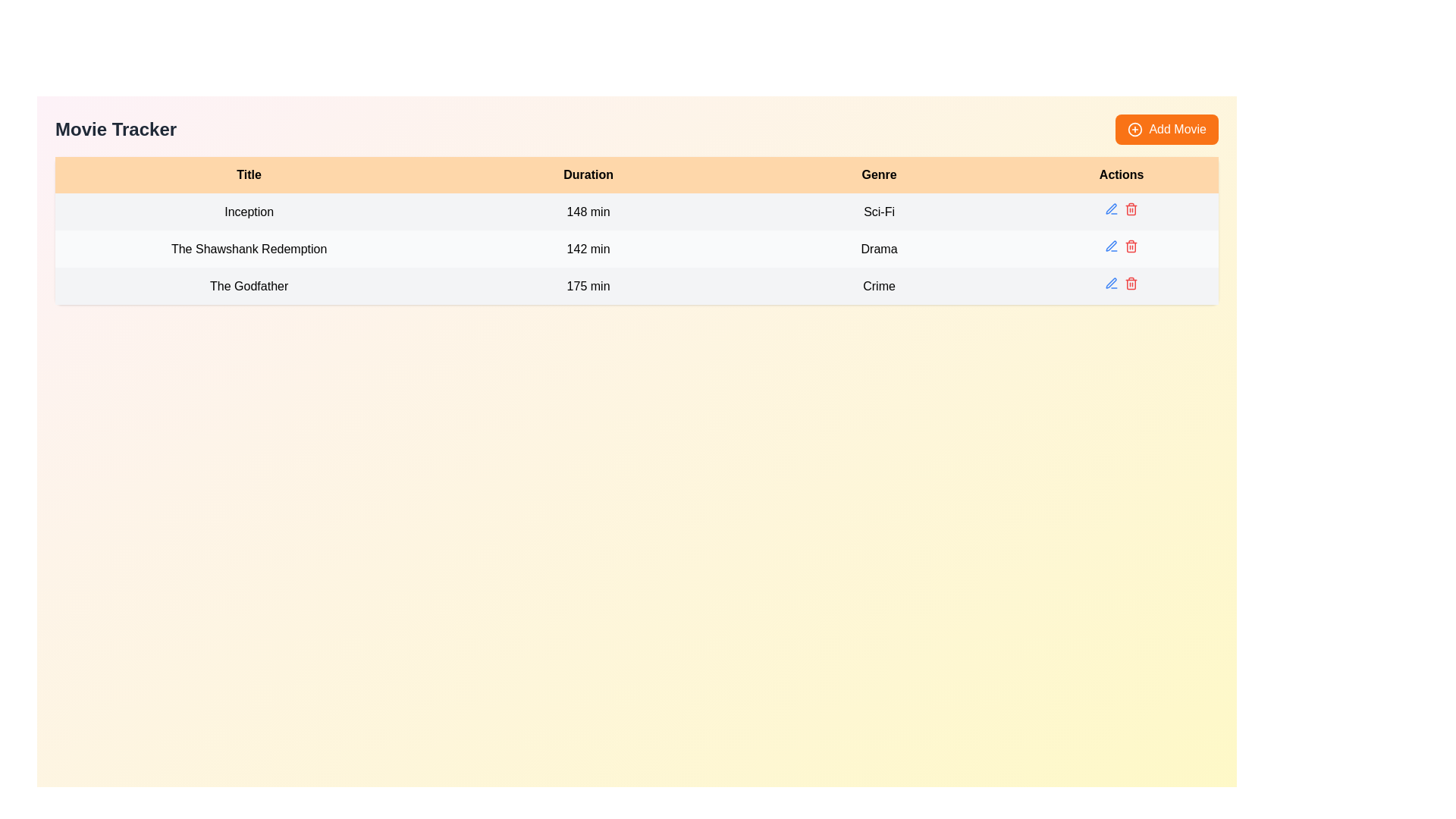  What do you see at coordinates (1131, 245) in the screenshot?
I see `the delete button located in the second row of the movie table's 'Actions' column to observe any hover effects or tooltips` at bounding box center [1131, 245].